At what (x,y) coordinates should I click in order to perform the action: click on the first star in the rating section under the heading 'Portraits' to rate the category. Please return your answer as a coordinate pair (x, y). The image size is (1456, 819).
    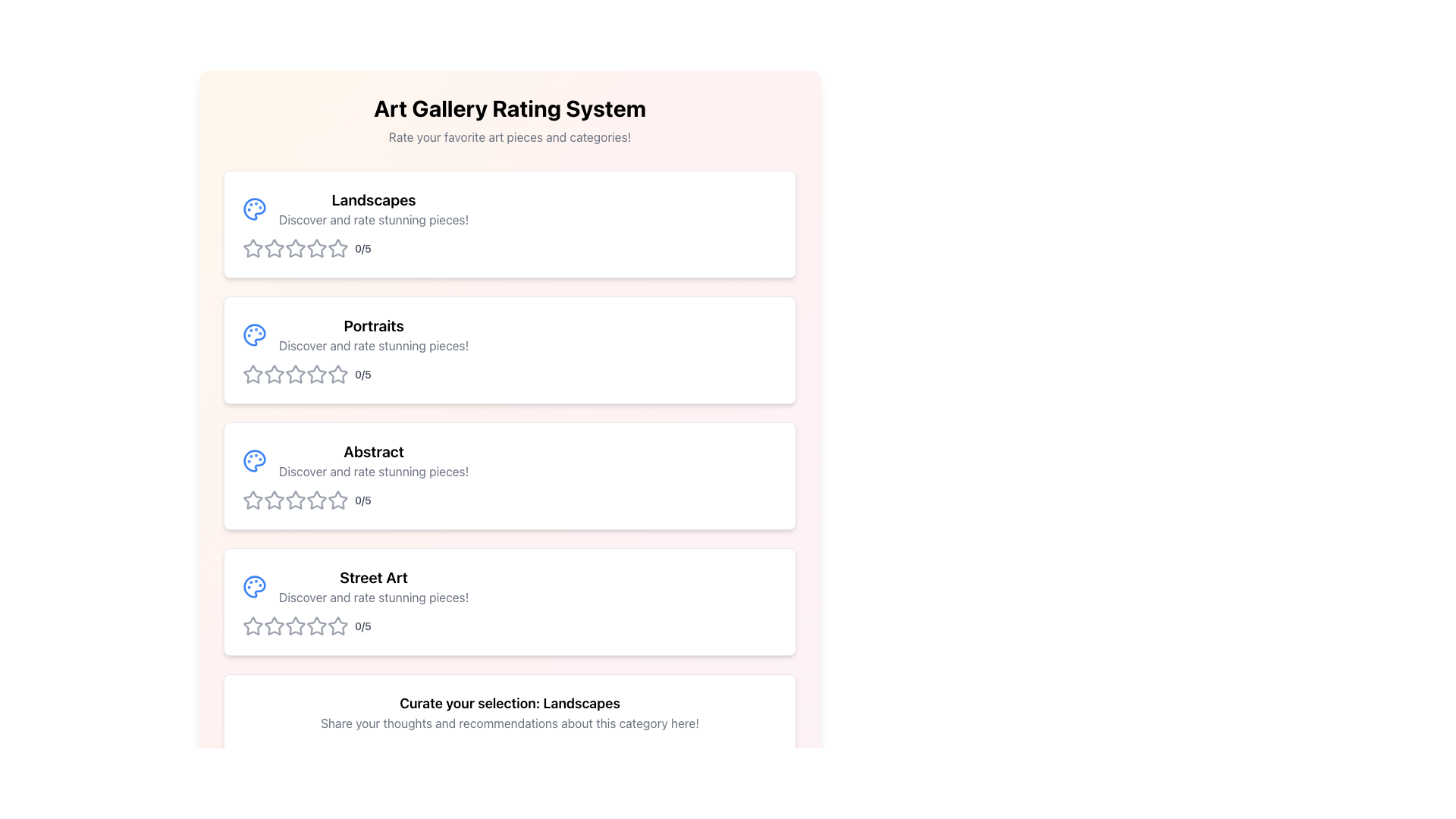
    Looking at the image, I should click on (252, 374).